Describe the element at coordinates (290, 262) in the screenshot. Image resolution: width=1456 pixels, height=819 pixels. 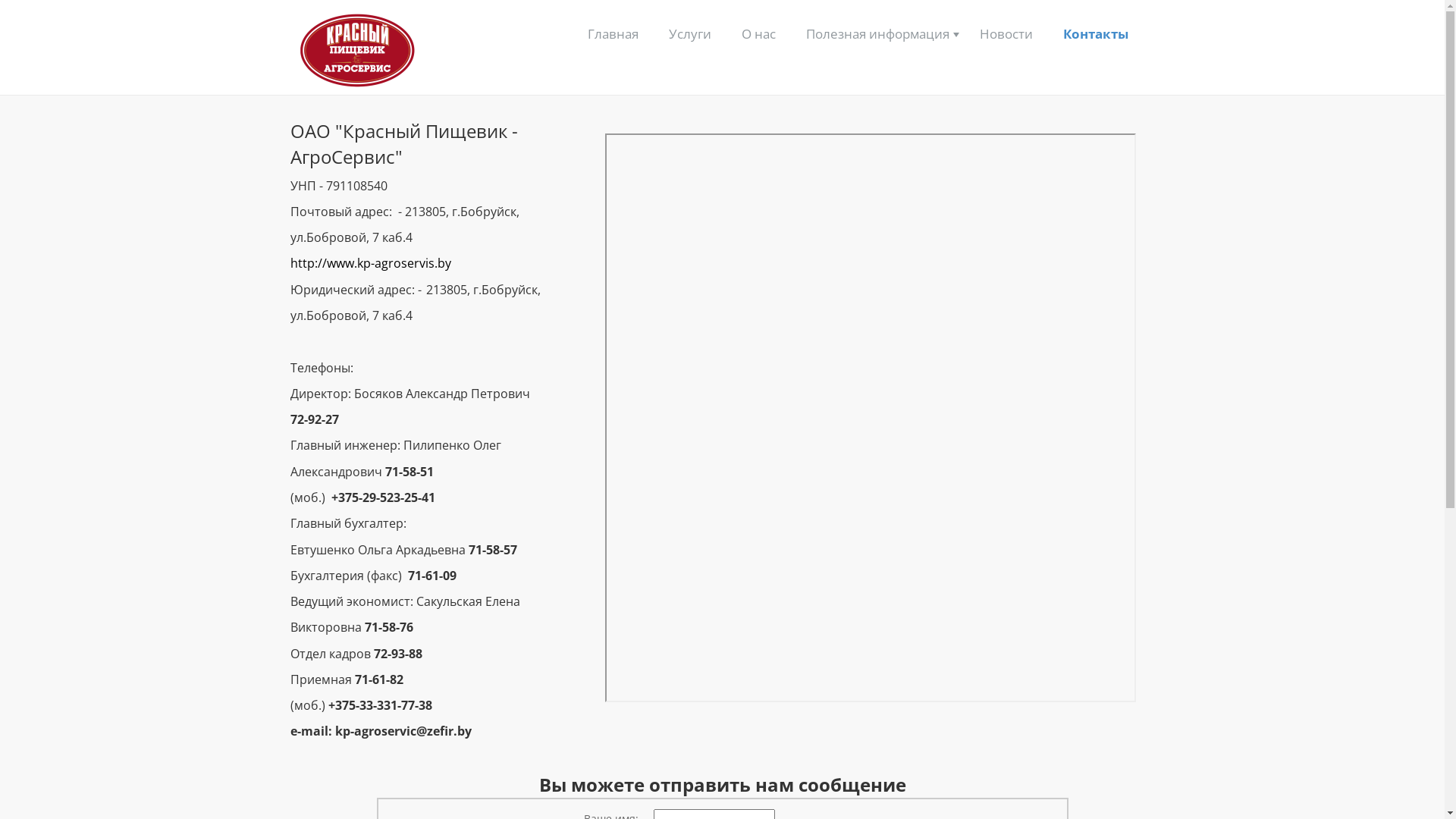
I see `'http://www.kp-agroservis.by'` at that location.